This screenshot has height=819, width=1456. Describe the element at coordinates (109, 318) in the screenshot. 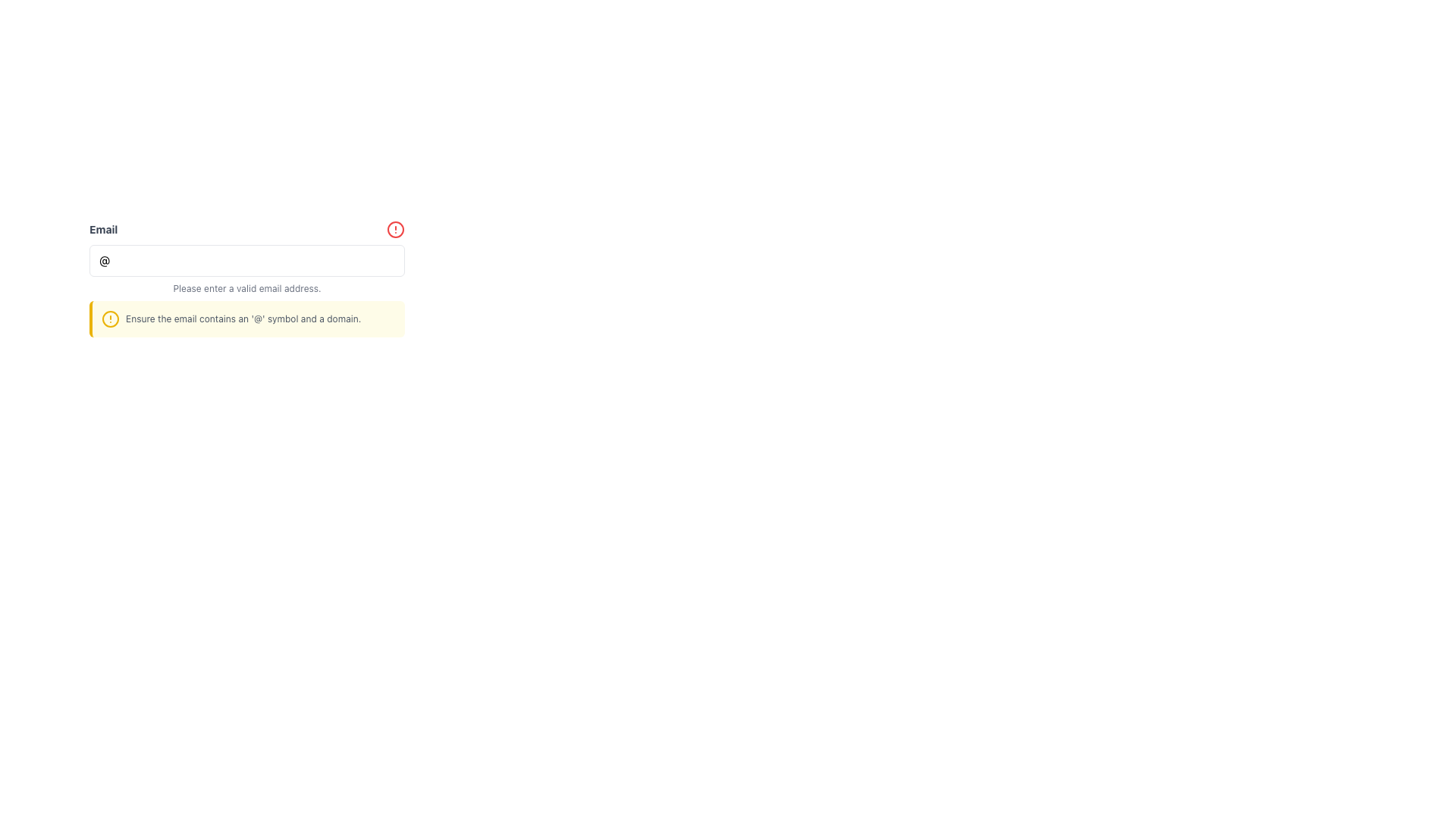

I see `the SVG circle graphic that is part of the notification icon located near the input field labeled 'Email'` at that location.